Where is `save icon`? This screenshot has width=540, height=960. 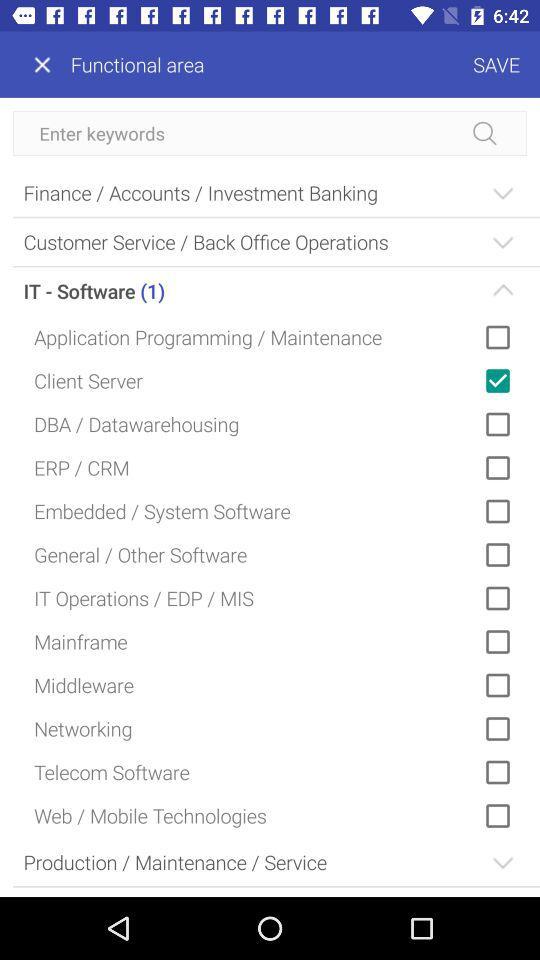
save icon is located at coordinates (372, 64).